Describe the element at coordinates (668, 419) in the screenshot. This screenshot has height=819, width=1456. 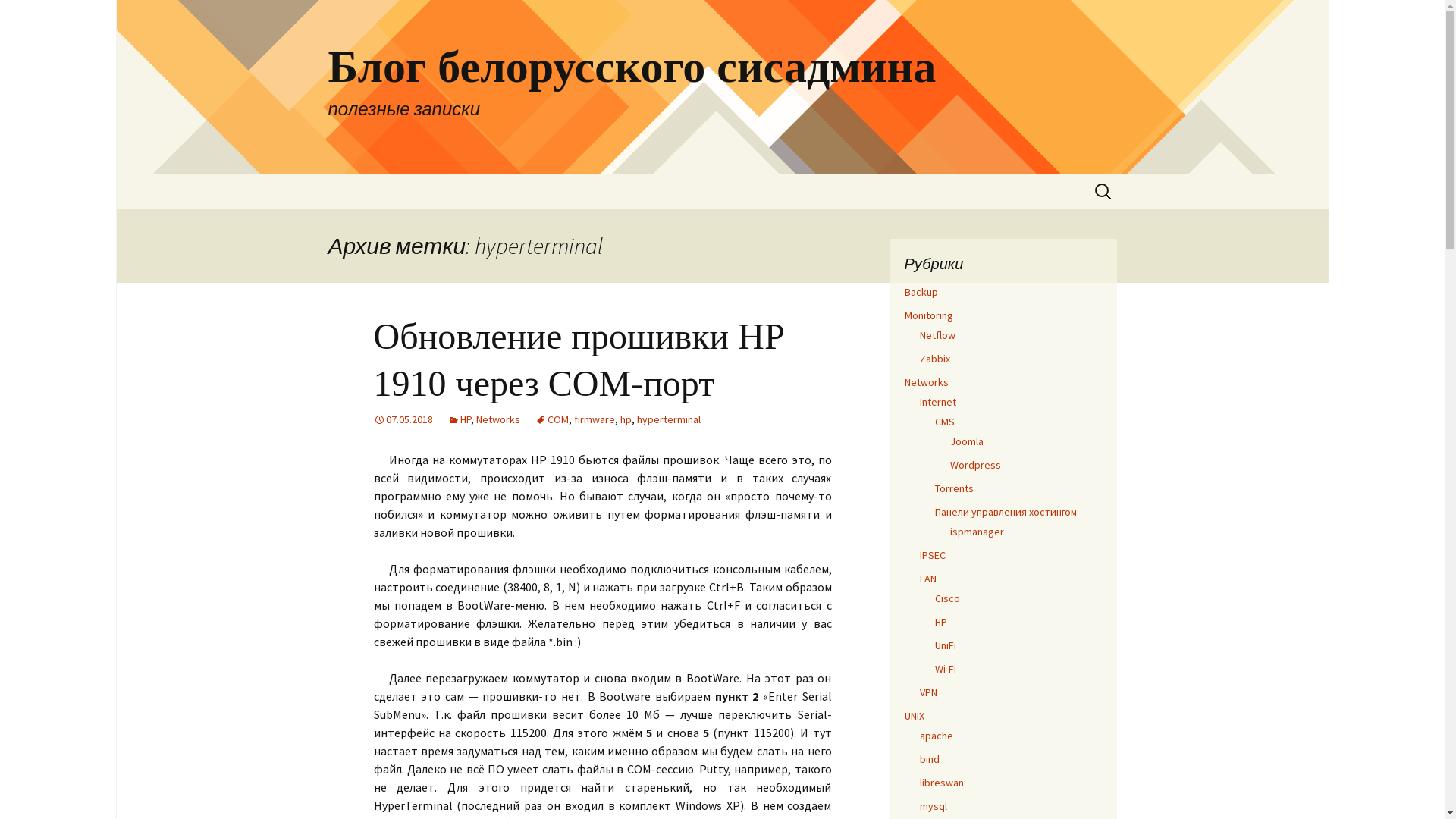
I see `'hyperterminal'` at that location.